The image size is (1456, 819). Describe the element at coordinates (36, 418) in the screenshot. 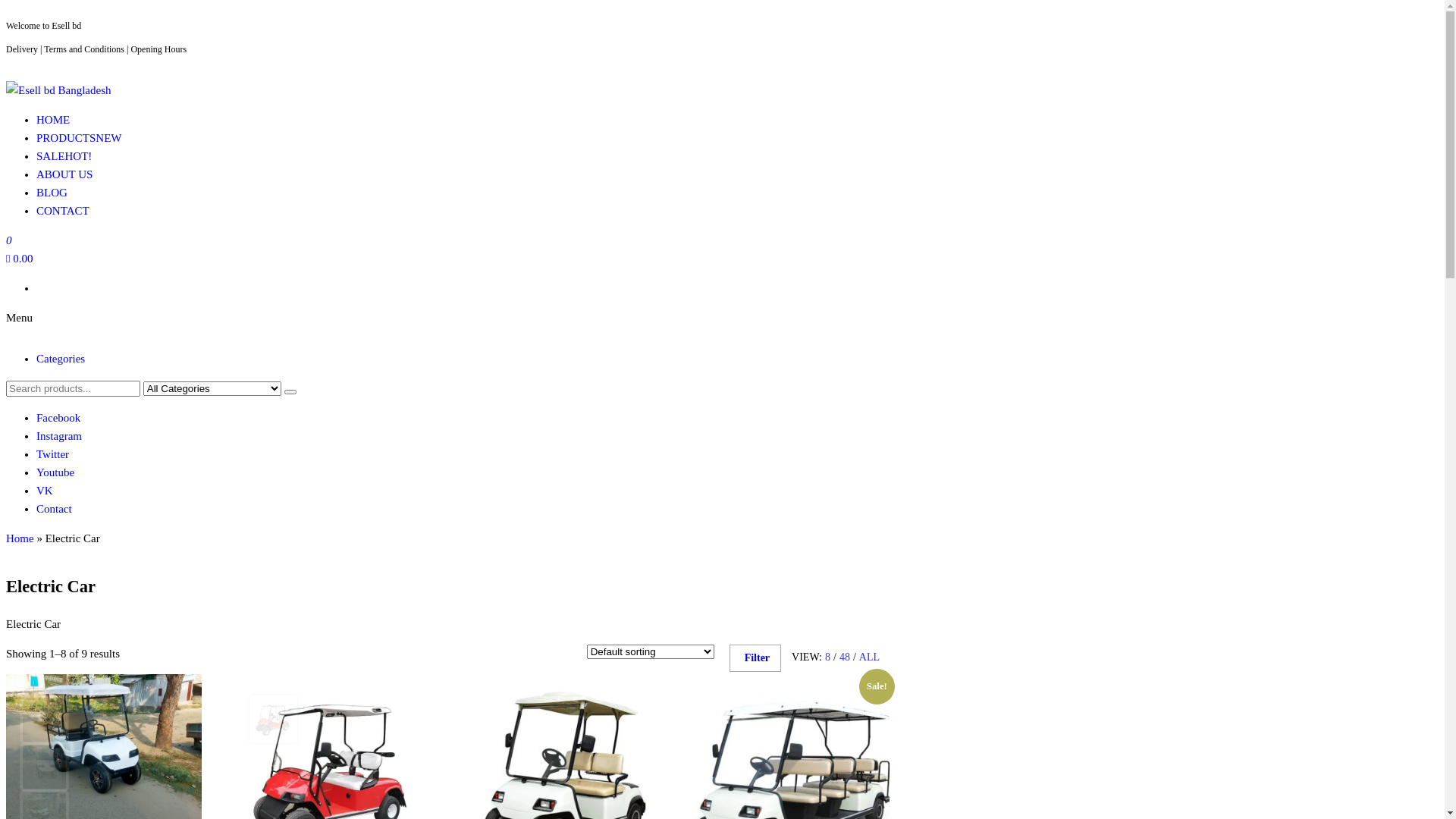

I see `'Facebook'` at that location.